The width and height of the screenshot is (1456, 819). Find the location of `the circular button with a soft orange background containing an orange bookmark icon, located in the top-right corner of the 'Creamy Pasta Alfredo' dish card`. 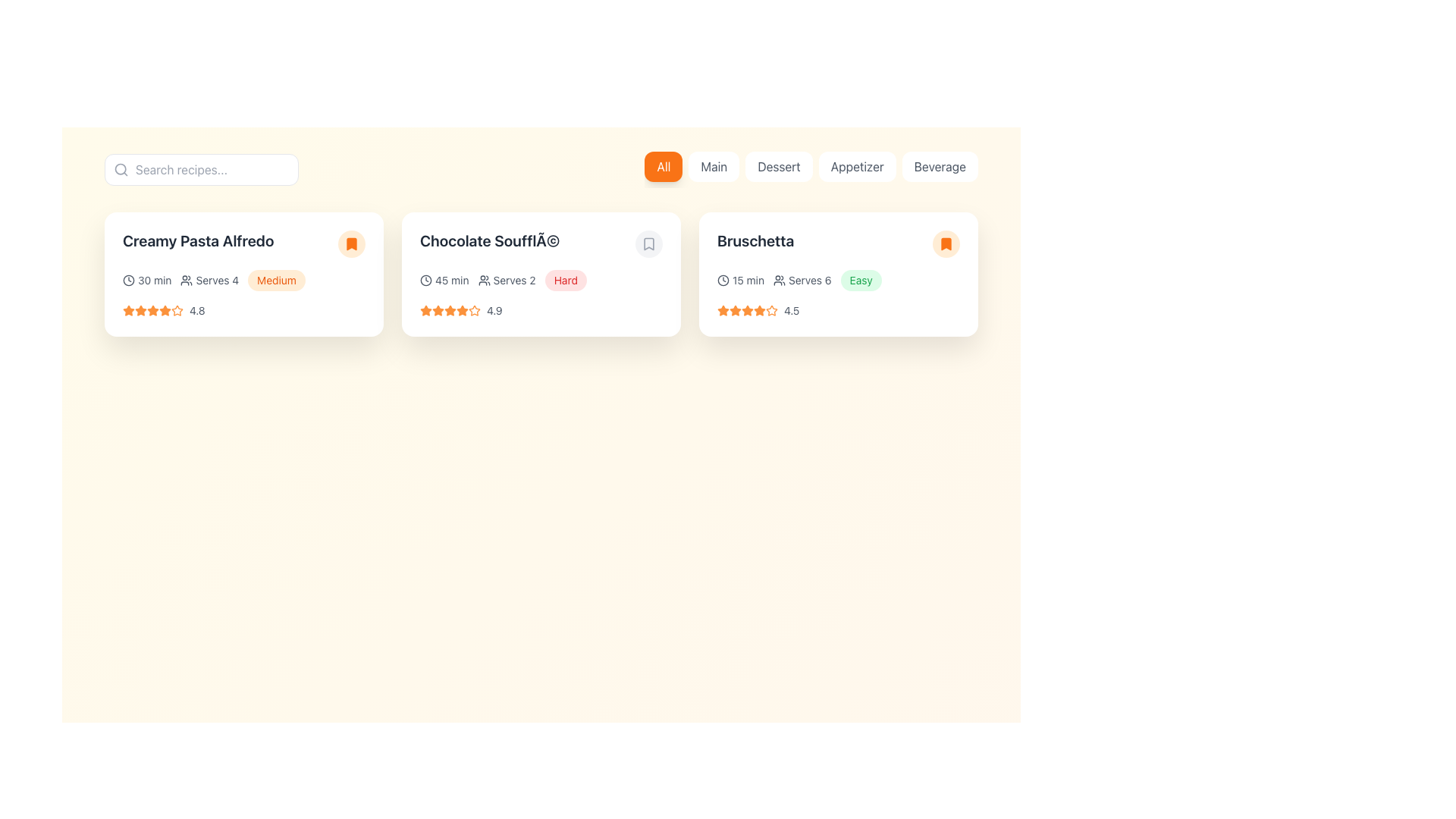

the circular button with a soft orange background containing an orange bookmark icon, located in the top-right corner of the 'Creamy Pasta Alfredo' dish card is located at coordinates (351, 243).